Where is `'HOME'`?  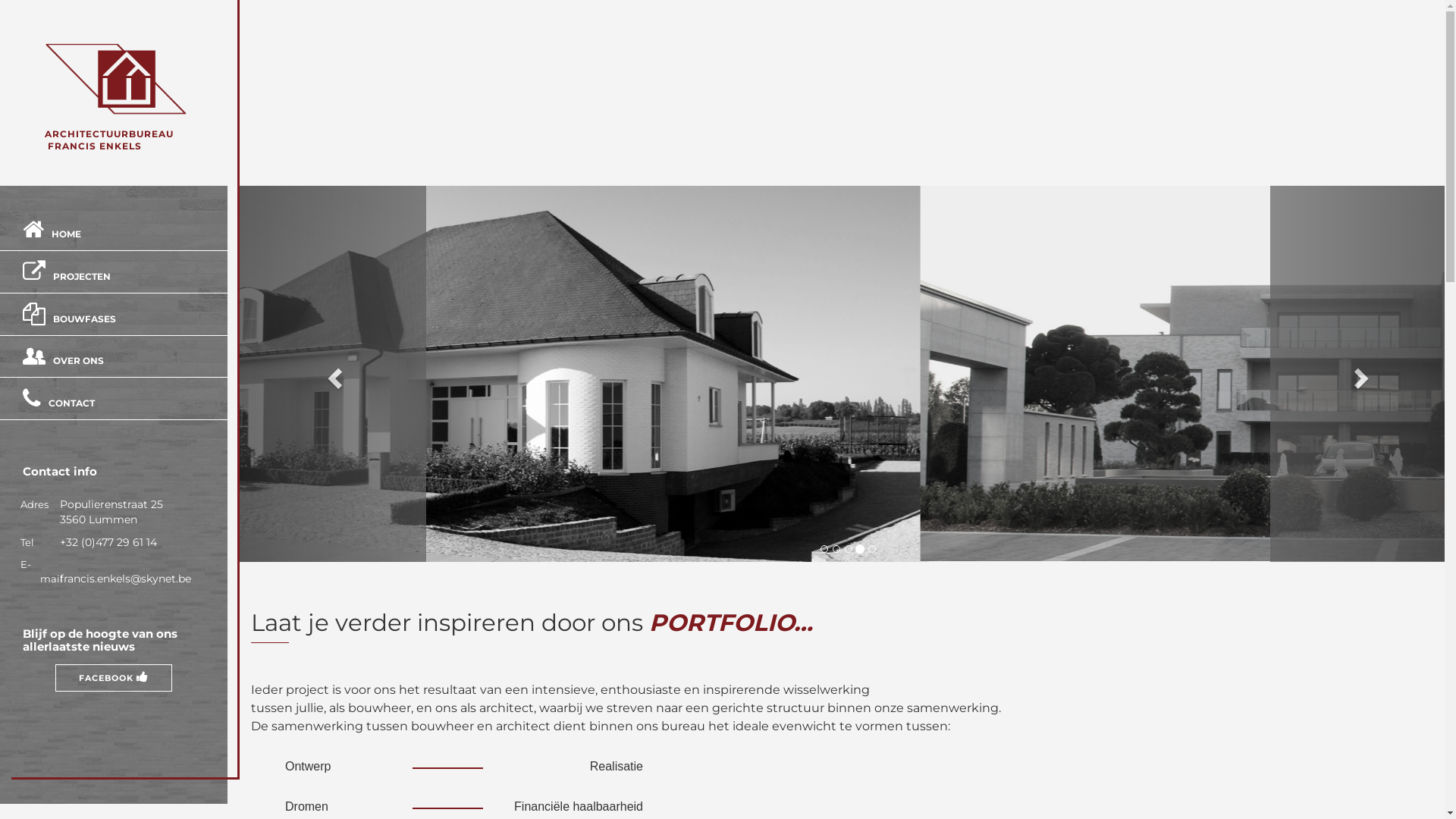
'HOME' is located at coordinates (65, 234).